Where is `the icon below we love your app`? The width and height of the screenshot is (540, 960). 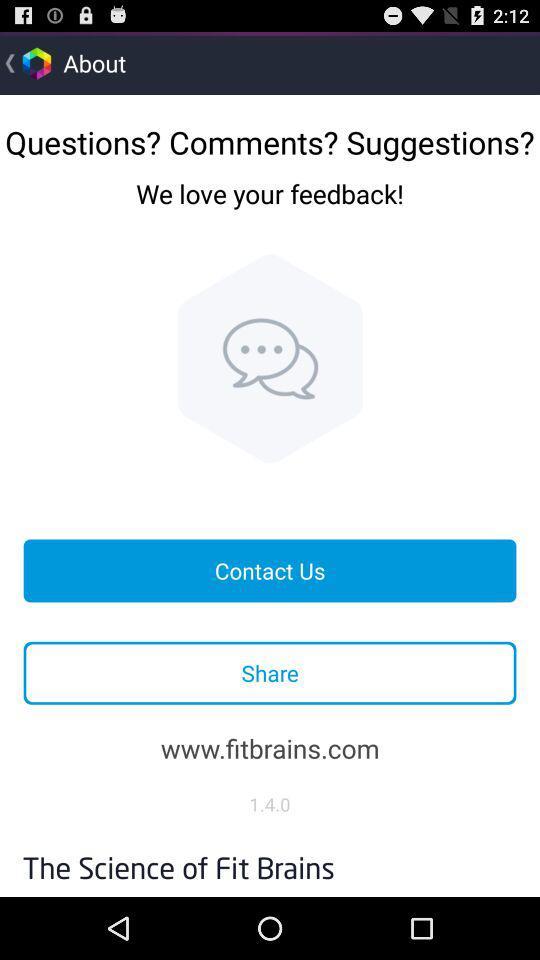
the icon below we love your app is located at coordinates (270, 358).